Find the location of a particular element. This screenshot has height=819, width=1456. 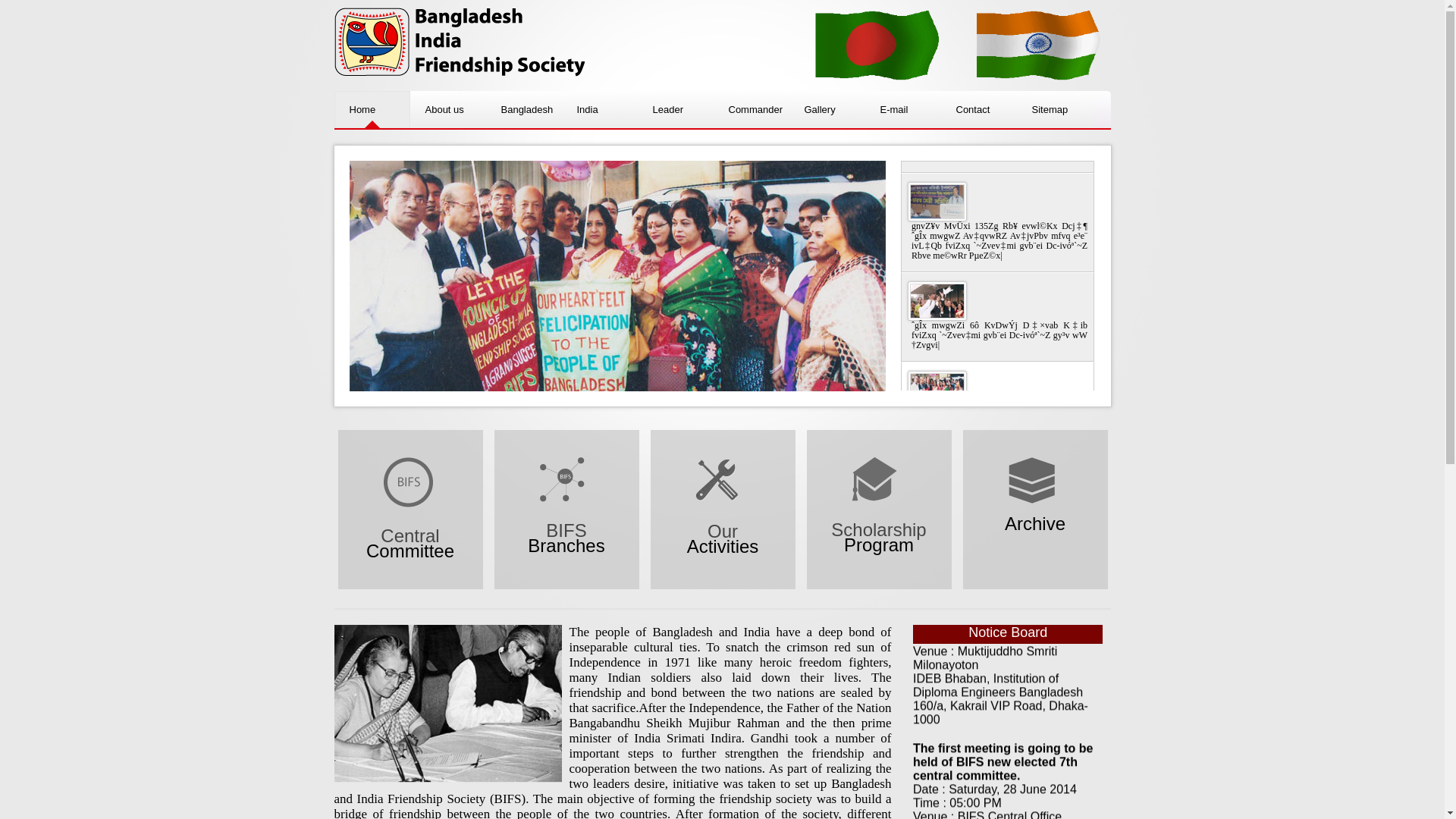

'Central is located at coordinates (410, 522).